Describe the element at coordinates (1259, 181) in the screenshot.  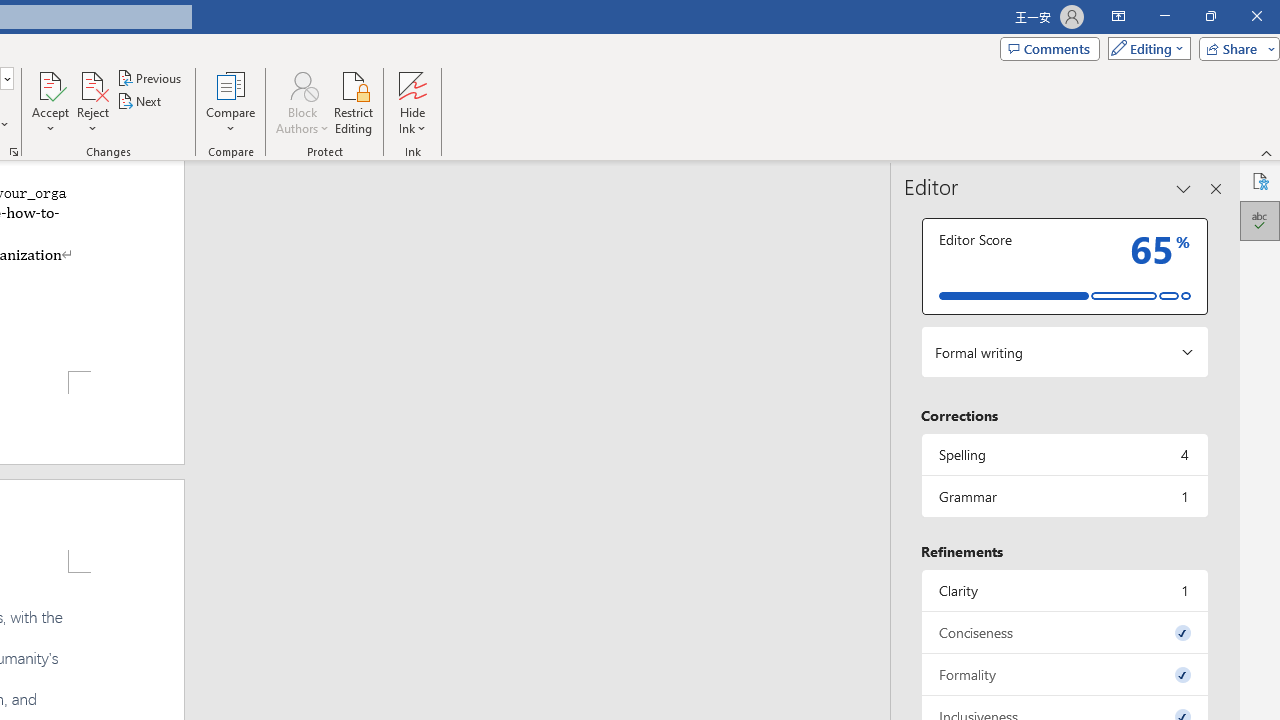
I see `'Accessibility'` at that location.